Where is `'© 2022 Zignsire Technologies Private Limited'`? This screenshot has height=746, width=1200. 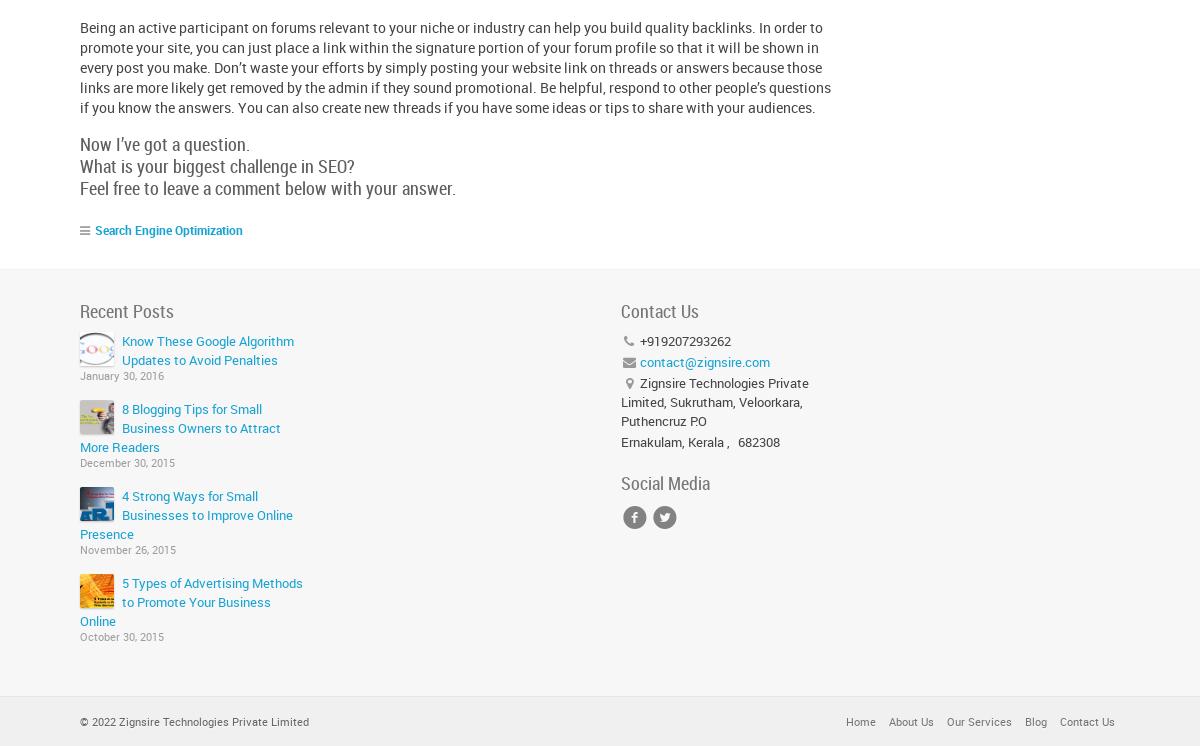 '© 2022 Zignsire Technologies Private Limited' is located at coordinates (193, 720).